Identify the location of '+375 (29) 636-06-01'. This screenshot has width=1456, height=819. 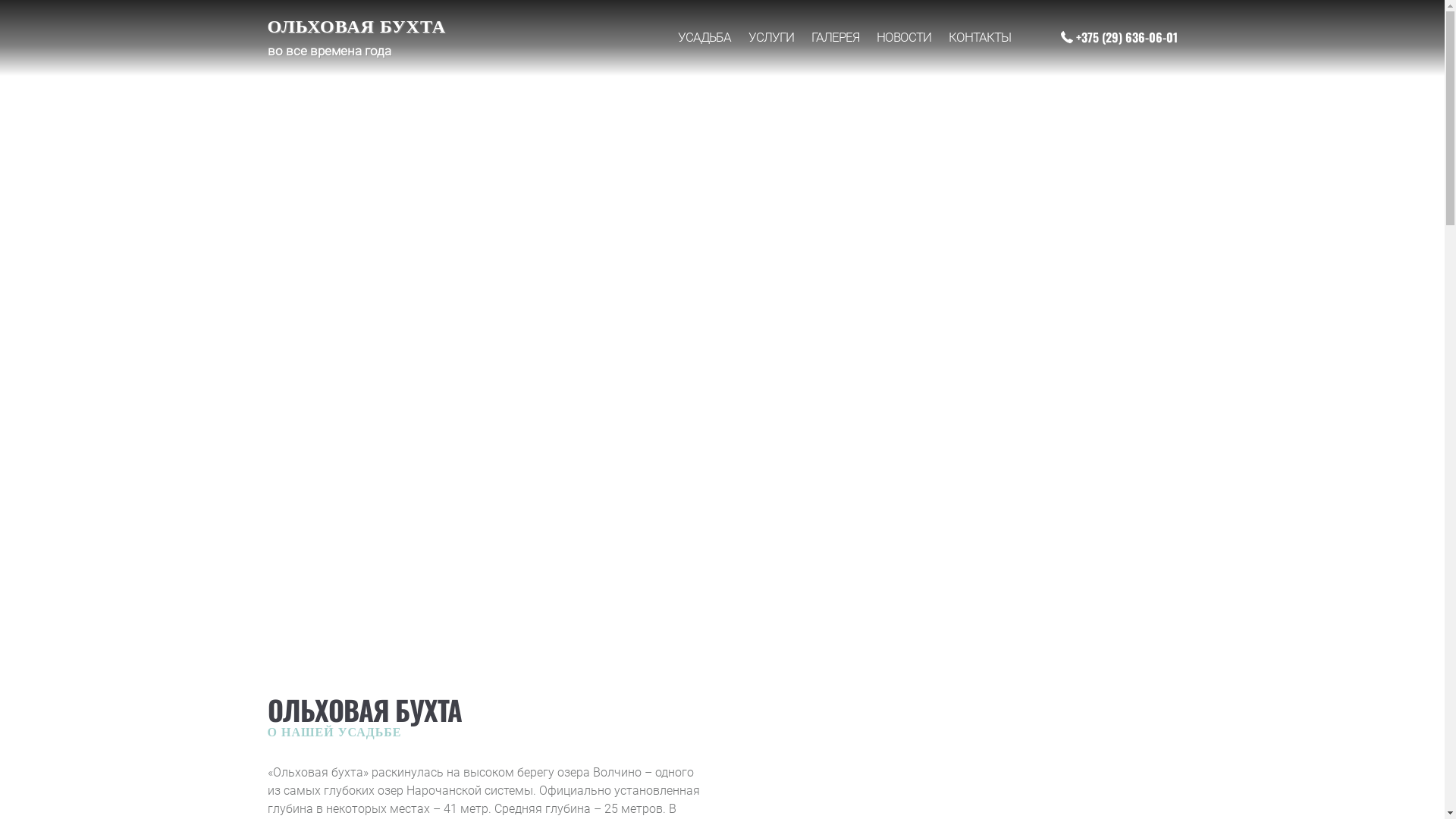
(1118, 36).